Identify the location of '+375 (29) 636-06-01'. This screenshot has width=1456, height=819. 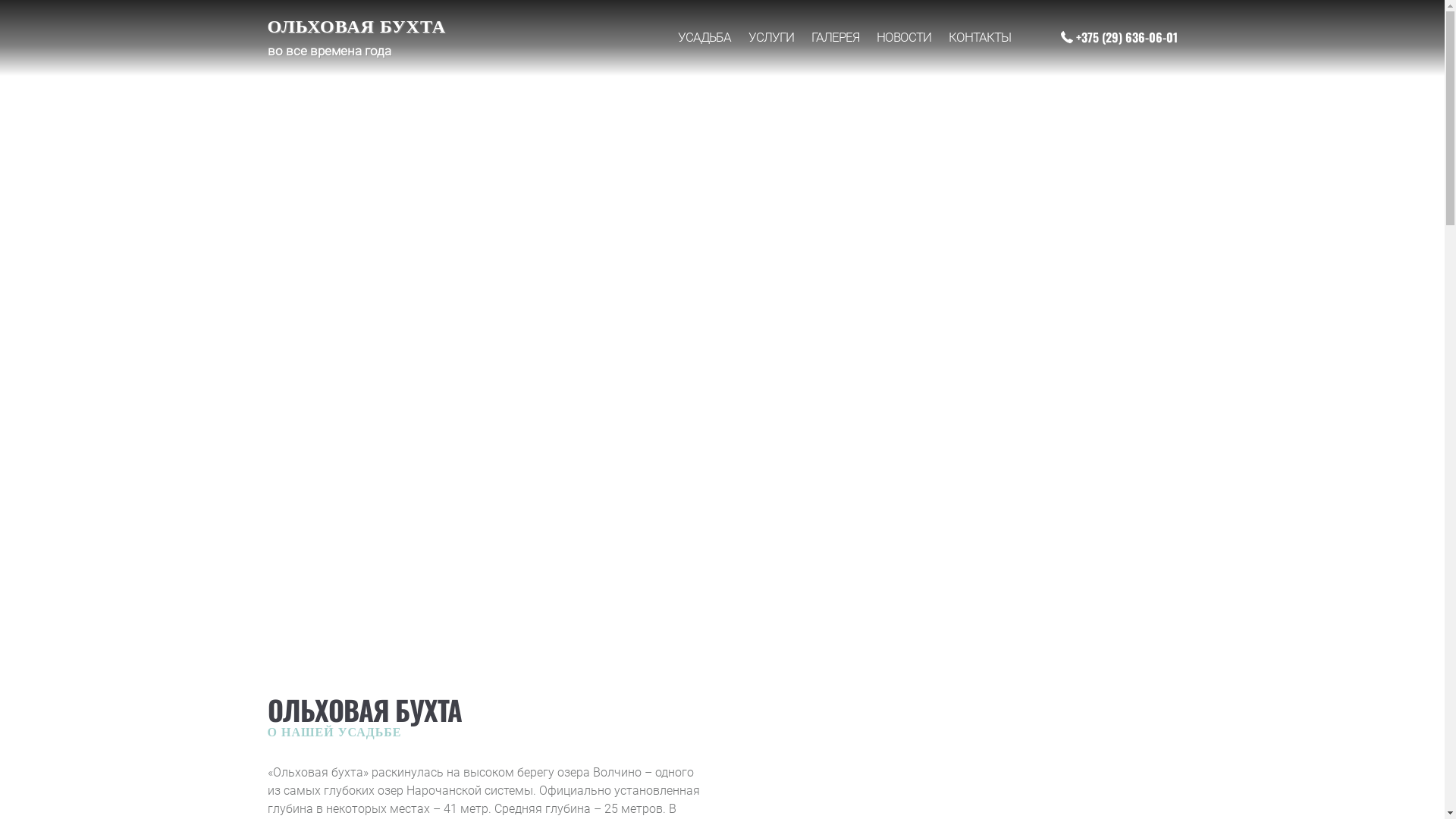
(1118, 36).